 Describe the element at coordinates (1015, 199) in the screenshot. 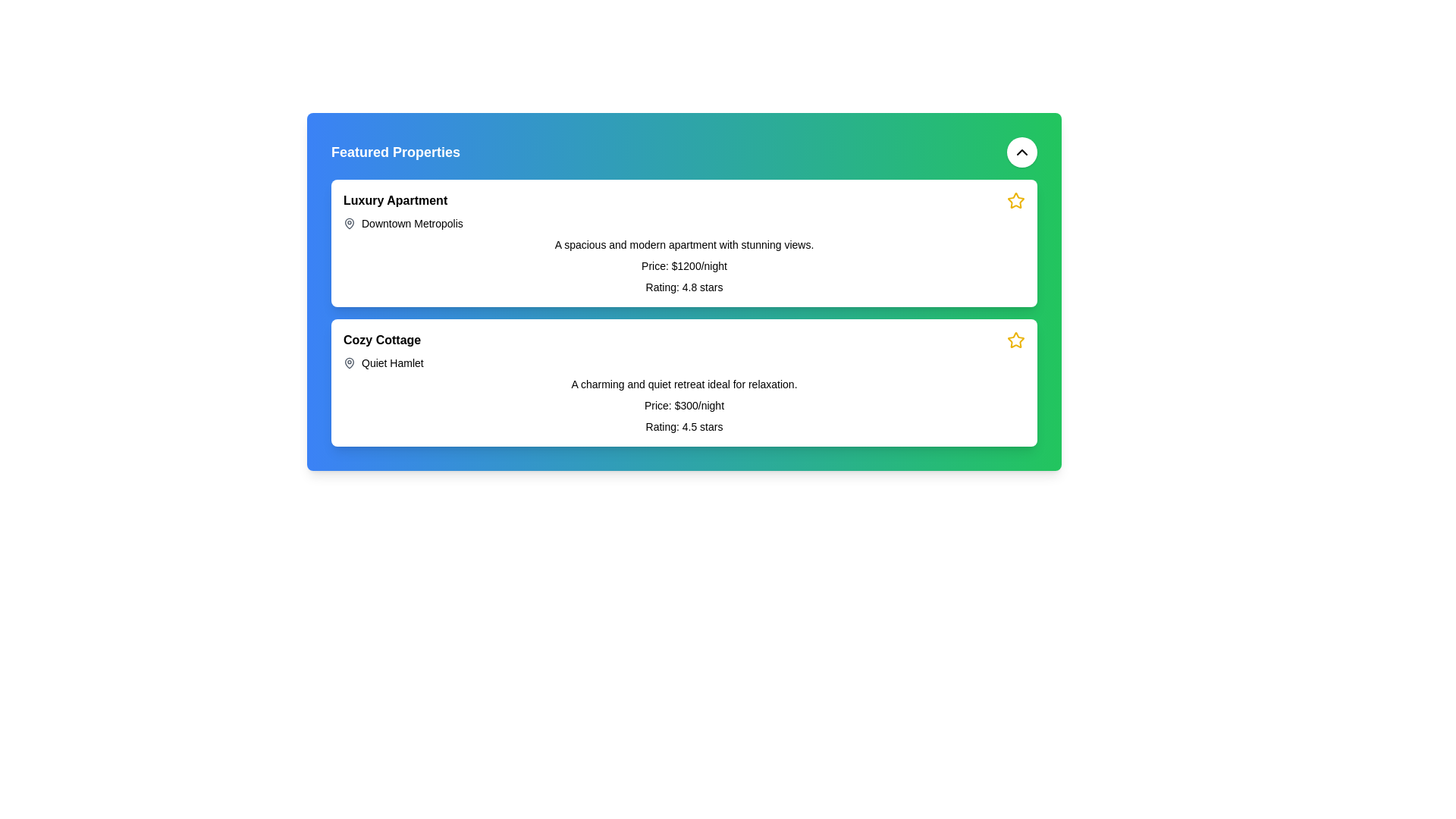

I see `the star icon with a yellow border located at the top-right corner of the first card, near the text 'Luxury Apartment'` at that location.